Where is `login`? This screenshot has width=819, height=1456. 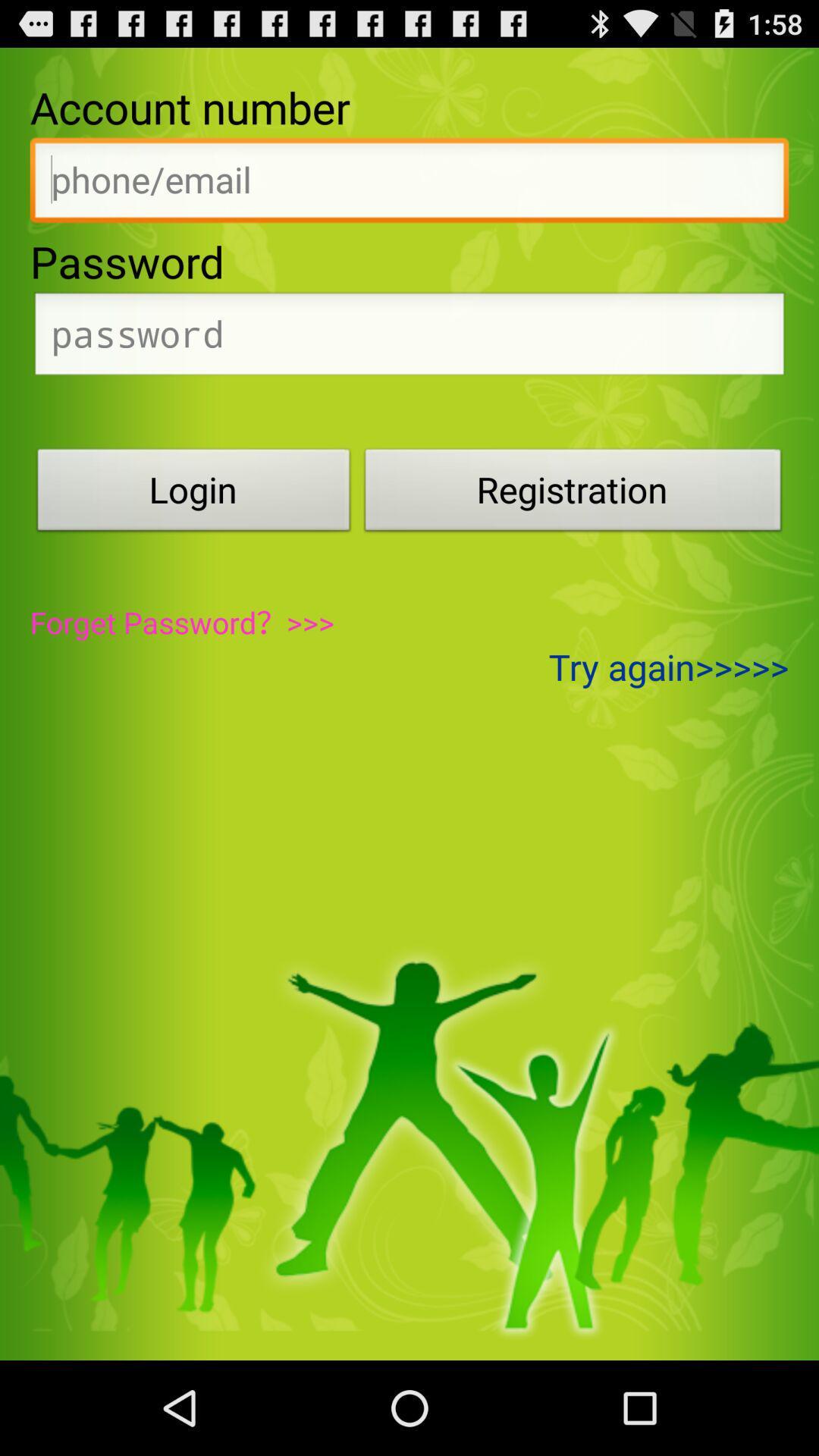
login is located at coordinates (193, 494).